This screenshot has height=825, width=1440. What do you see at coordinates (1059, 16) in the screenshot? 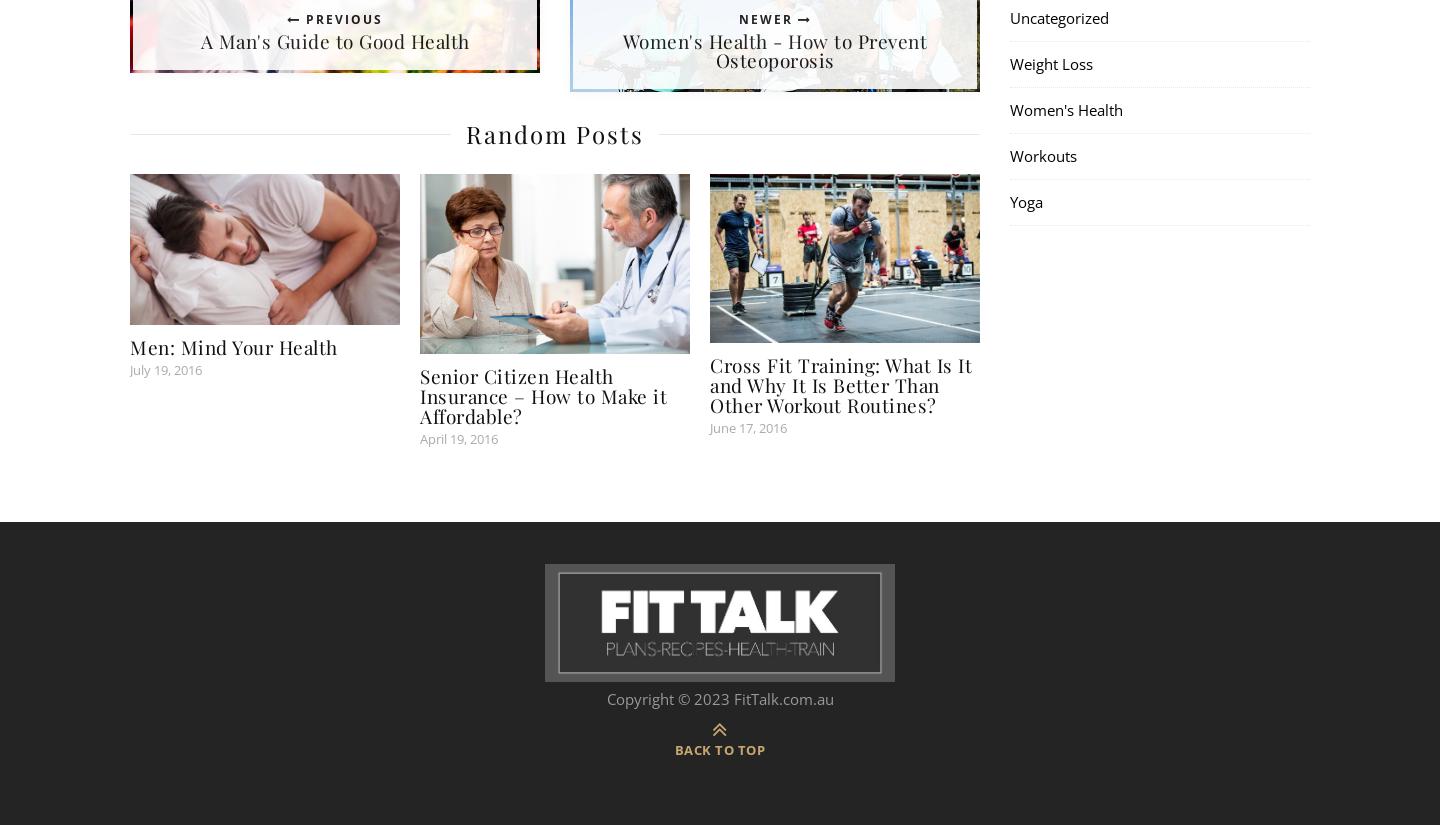
I see `'Uncategorized'` at bounding box center [1059, 16].